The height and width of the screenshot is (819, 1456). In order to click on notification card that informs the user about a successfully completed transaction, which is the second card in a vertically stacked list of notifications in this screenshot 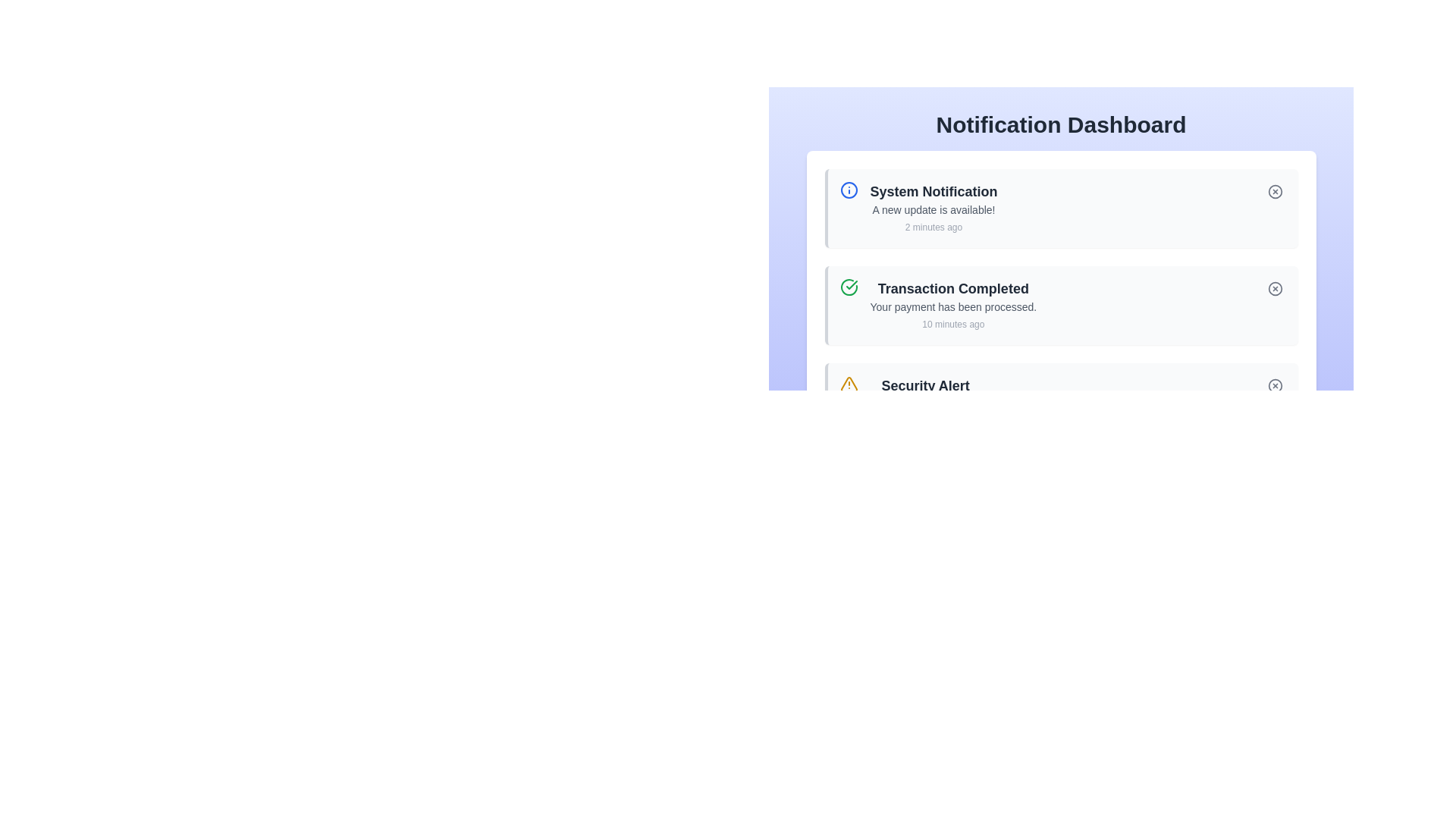, I will do `click(952, 305)`.